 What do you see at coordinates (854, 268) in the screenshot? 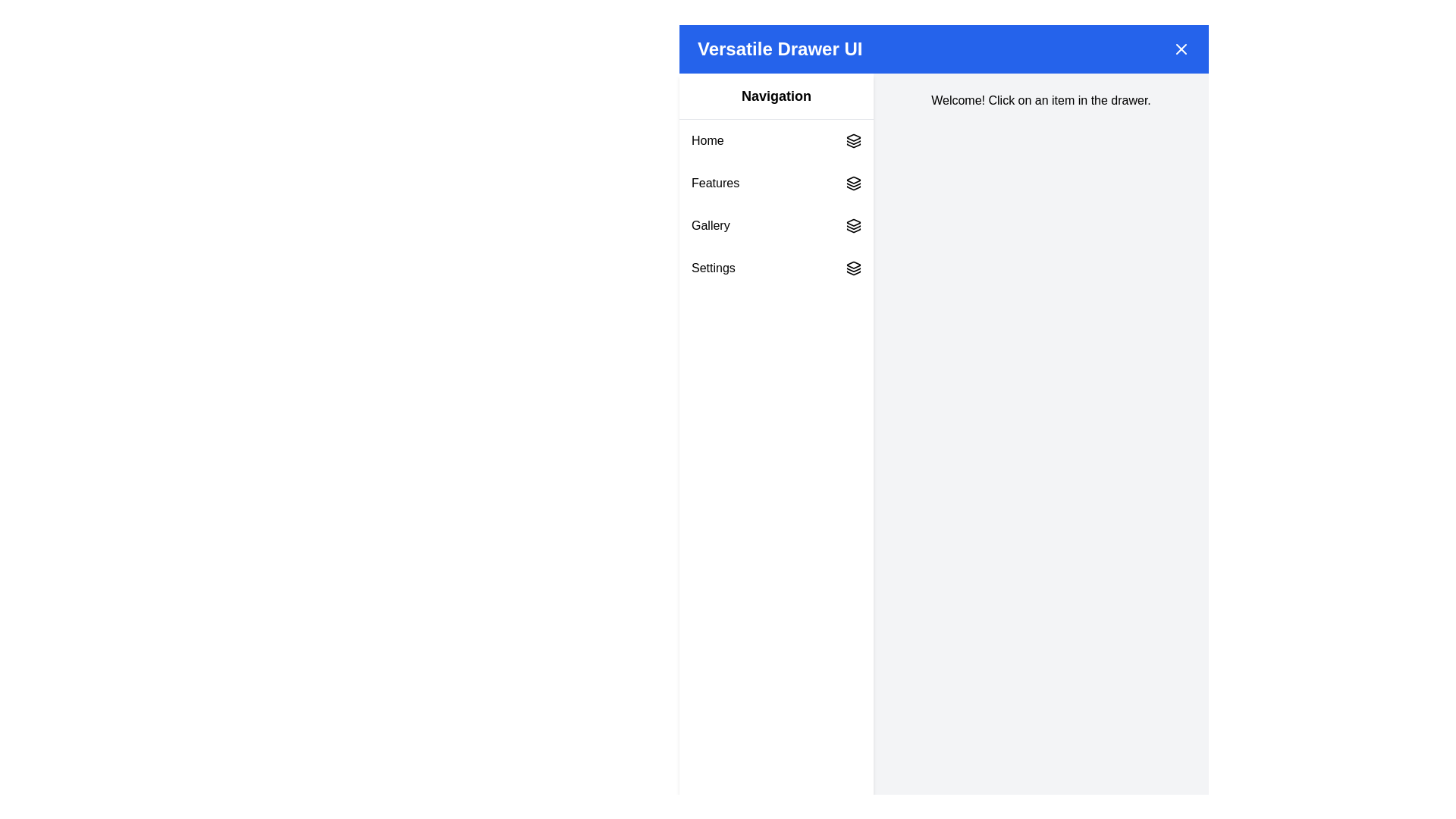
I see `the icon resembling stacked layers located to the right of the 'Settings' text in the navigation section` at bounding box center [854, 268].